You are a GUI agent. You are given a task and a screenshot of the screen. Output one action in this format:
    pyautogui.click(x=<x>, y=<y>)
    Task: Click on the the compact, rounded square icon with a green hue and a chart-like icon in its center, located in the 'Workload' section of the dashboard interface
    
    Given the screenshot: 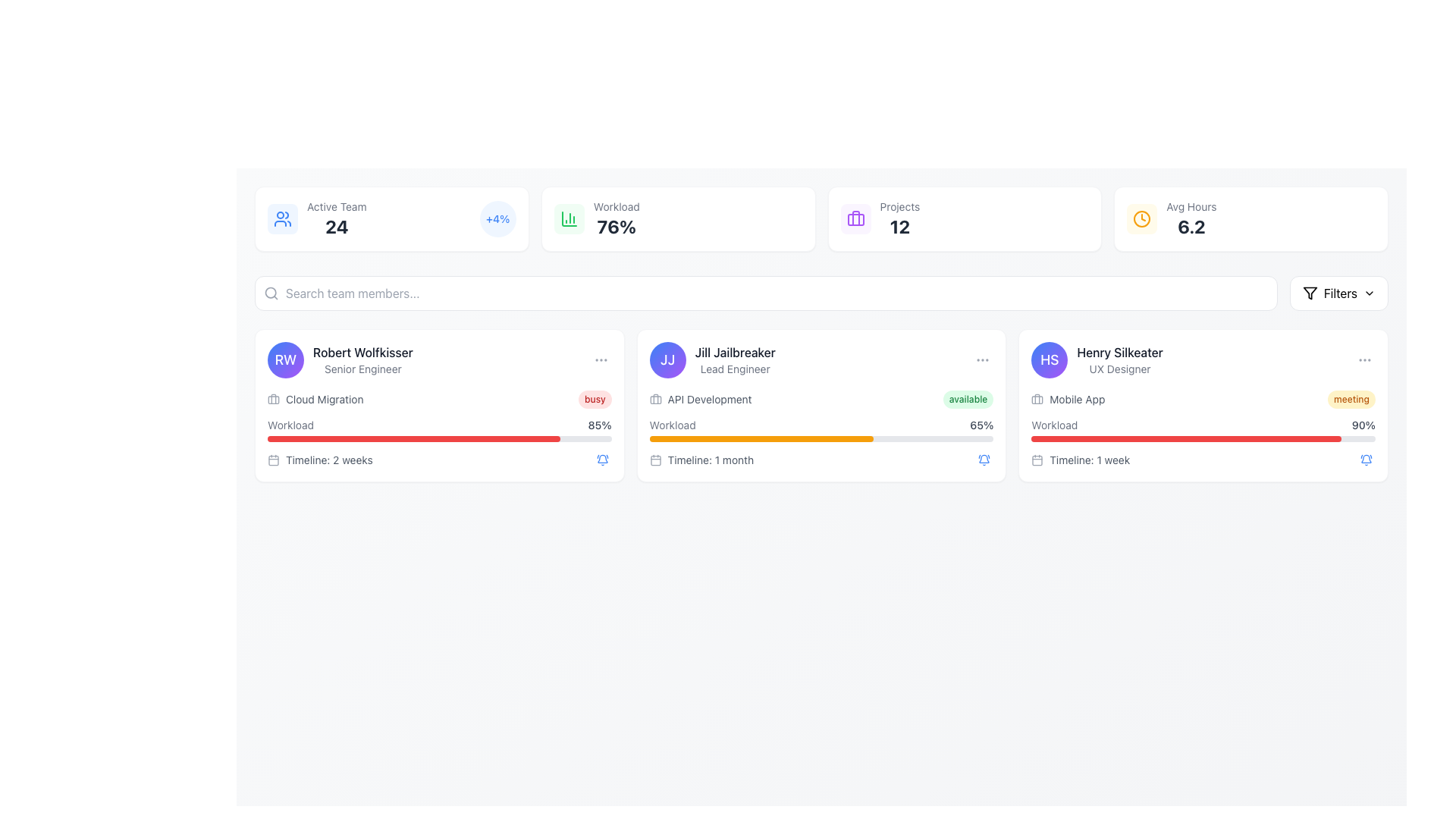 What is the action you would take?
    pyautogui.click(x=568, y=219)
    